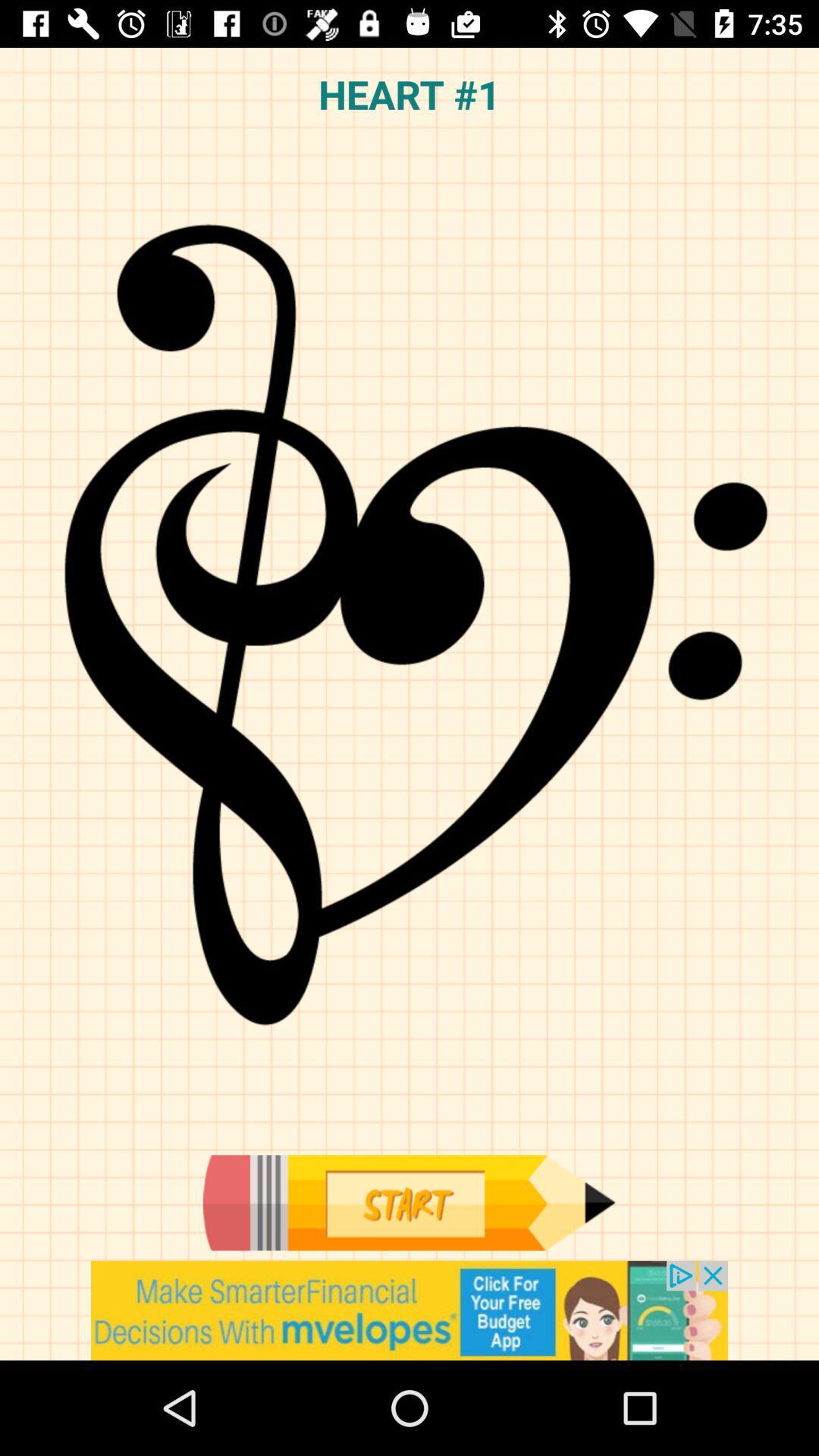 The image size is (819, 1456). I want to click on advertisement, so click(409, 1310).